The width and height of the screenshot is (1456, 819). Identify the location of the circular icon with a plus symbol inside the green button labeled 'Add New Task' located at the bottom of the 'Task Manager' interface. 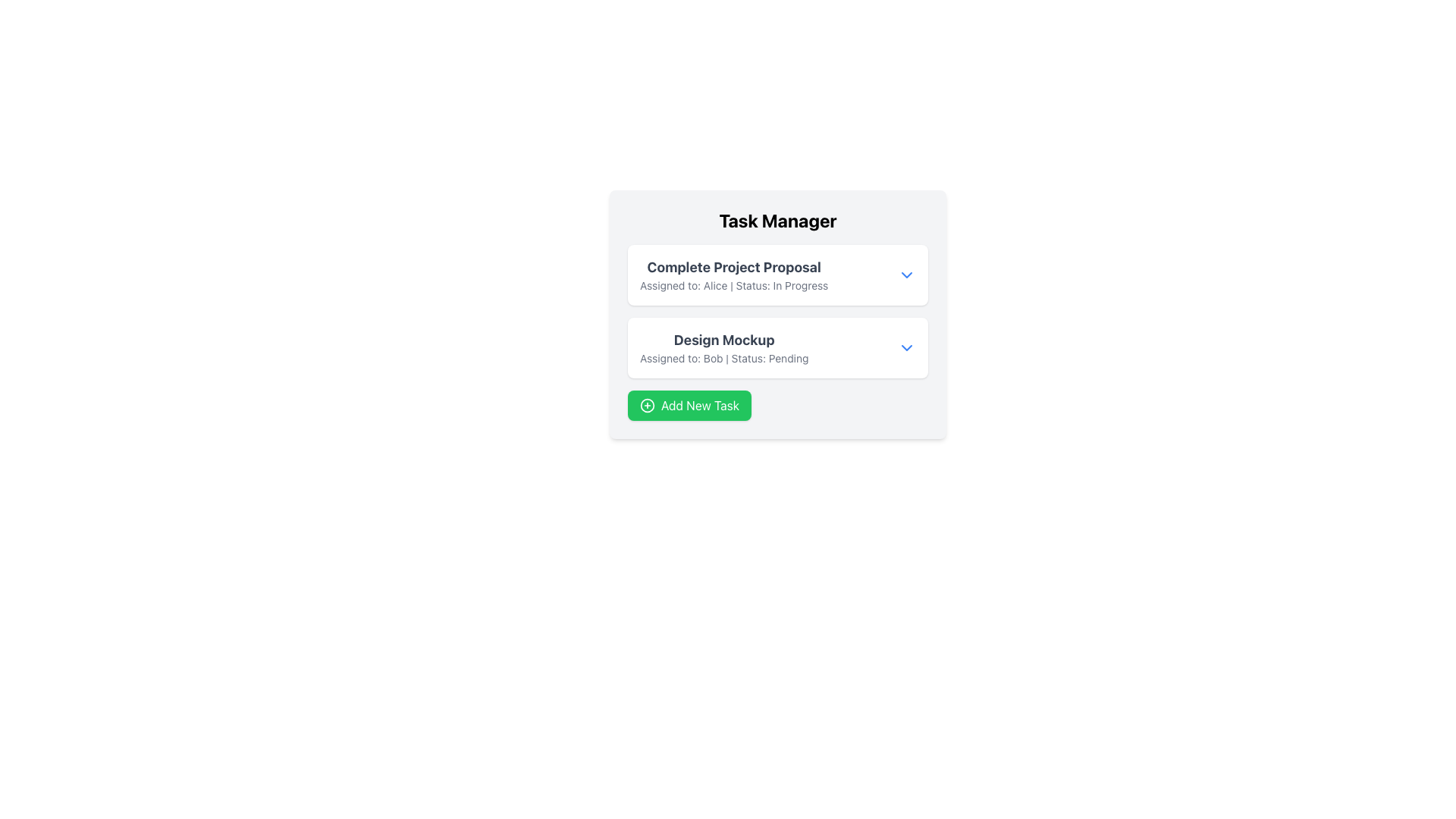
(648, 405).